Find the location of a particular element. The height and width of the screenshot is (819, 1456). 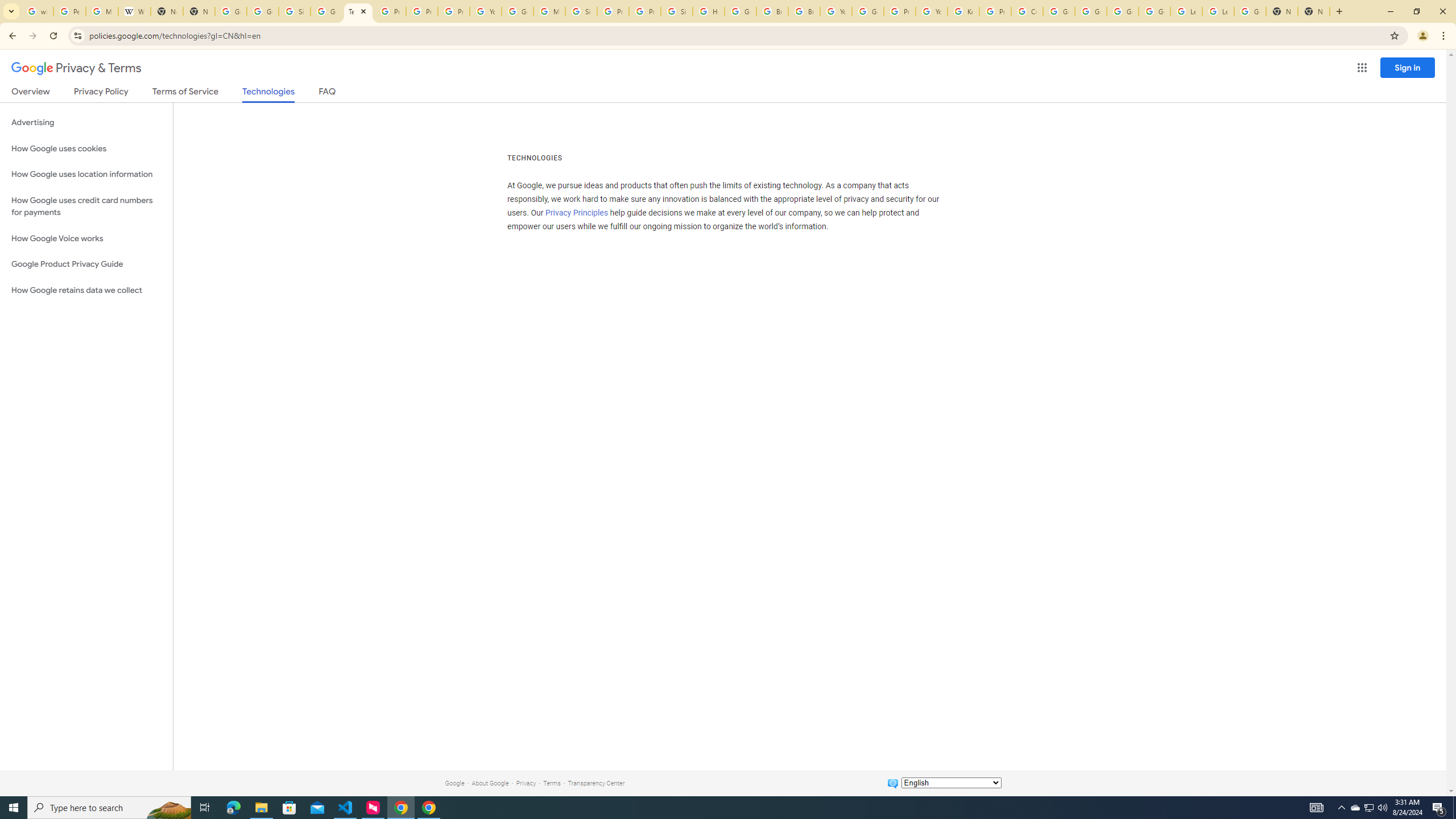

'How Google Voice works' is located at coordinates (86, 238).